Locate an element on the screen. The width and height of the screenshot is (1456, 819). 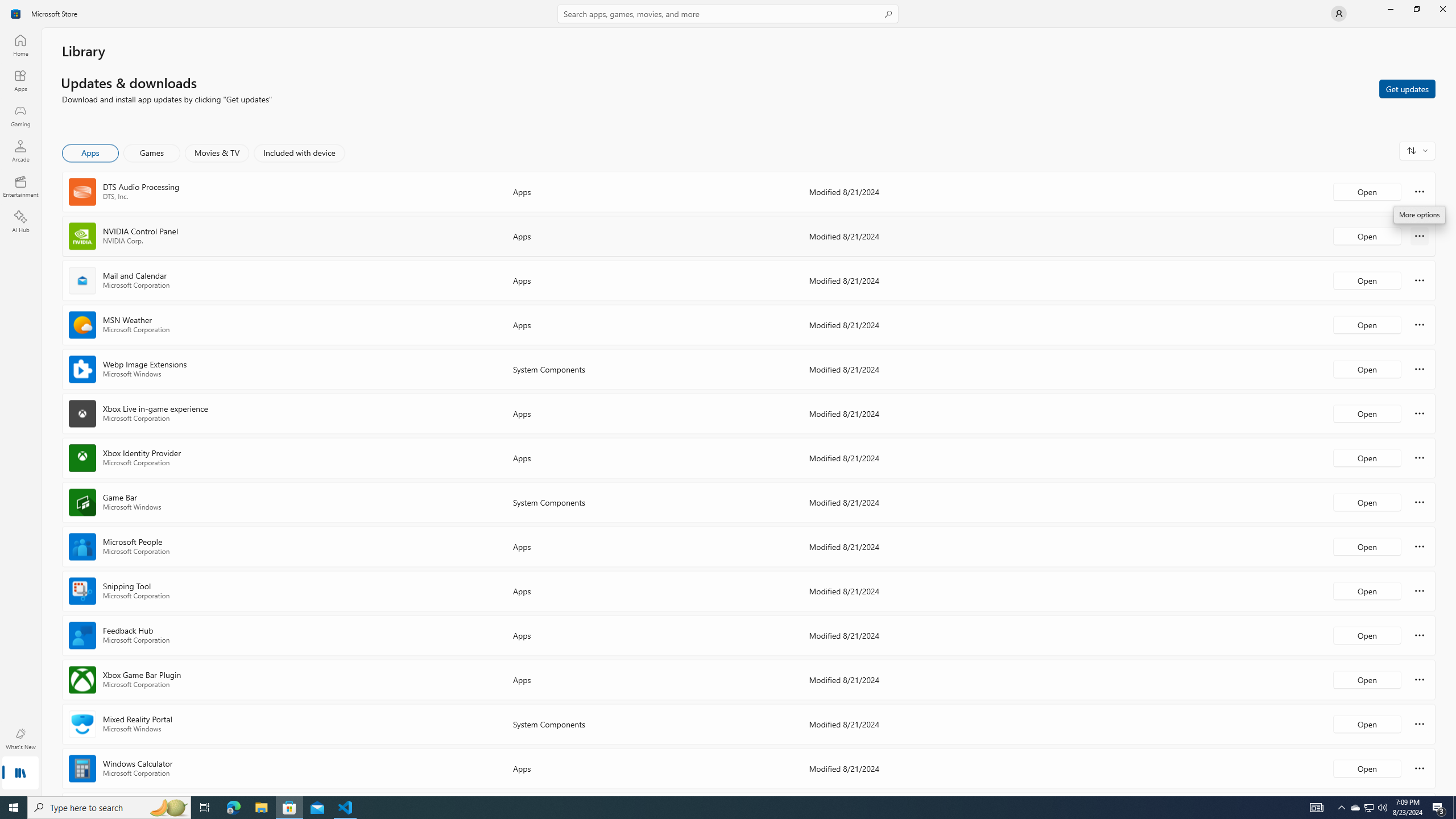
'Search' is located at coordinates (728, 13).